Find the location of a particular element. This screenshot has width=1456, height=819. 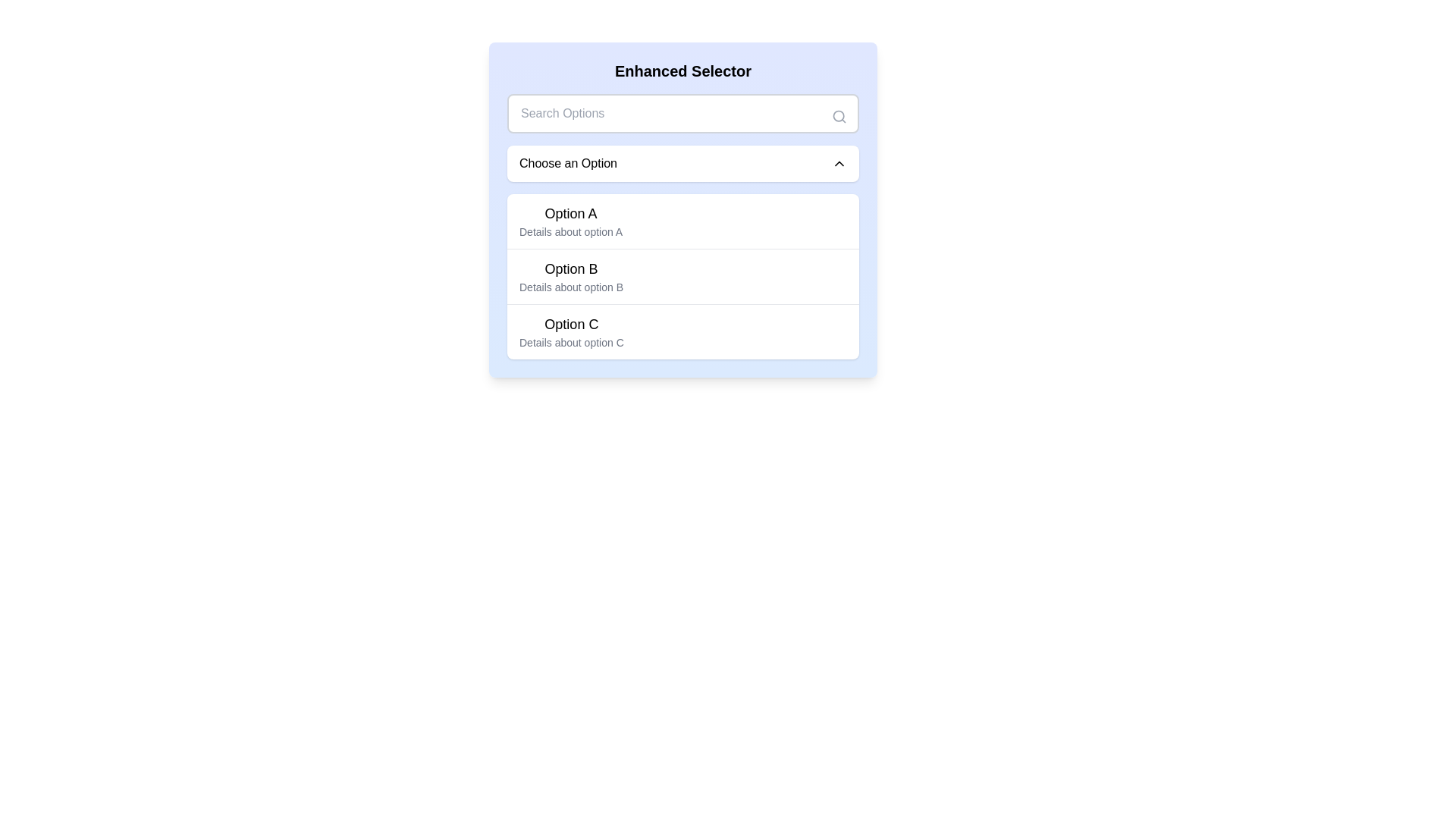

the text label displaying 'Option C', which is bold and medium-sized, located under the 'Choose an Option' header and below 'Option B' is located at coordinates (570, 324).